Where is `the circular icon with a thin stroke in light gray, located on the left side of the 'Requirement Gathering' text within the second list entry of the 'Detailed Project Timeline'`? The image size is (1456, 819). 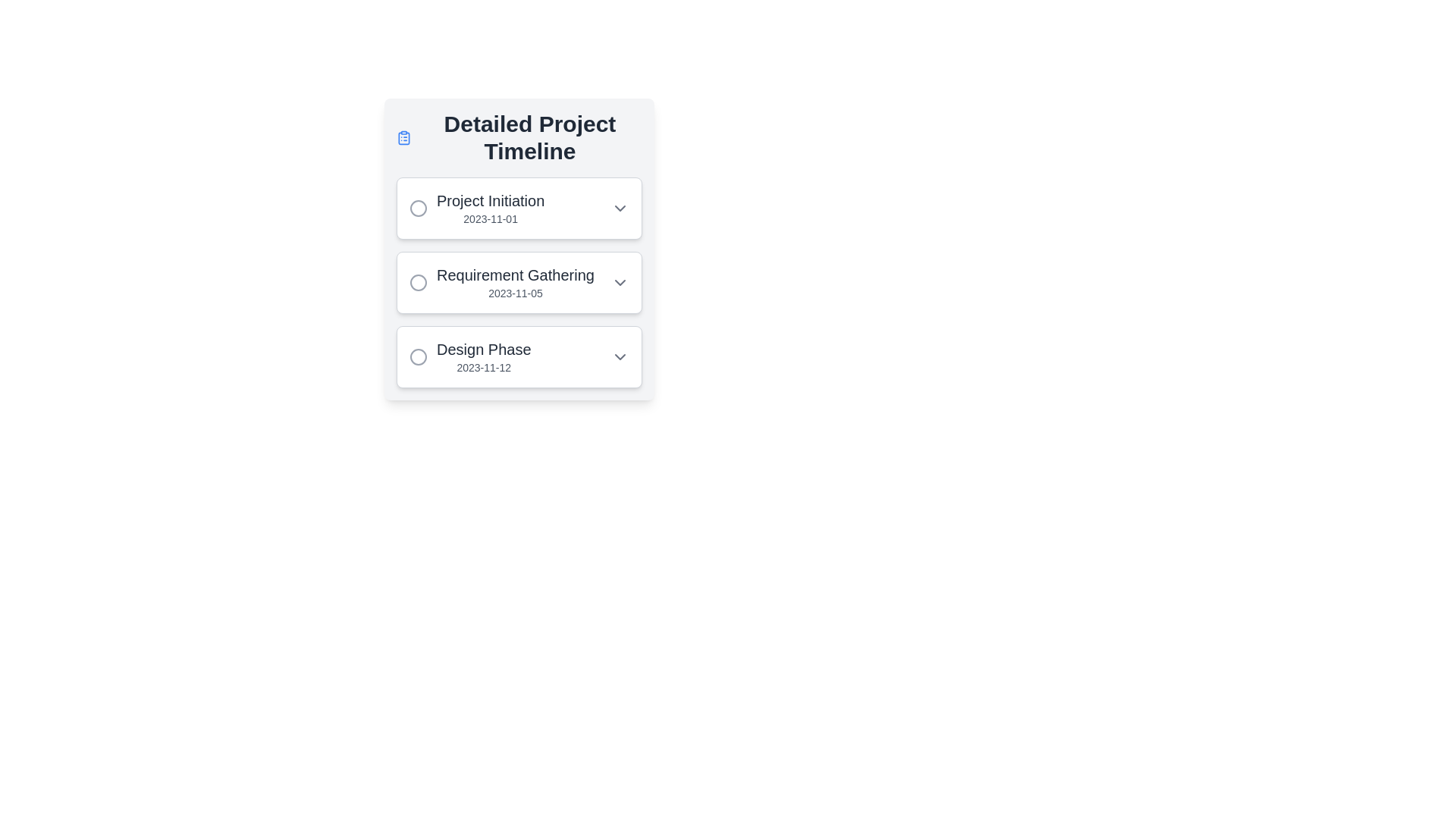 the circular icon with a thin stroke in light gray, located on the left side of the 'Requirement Gathering' text within the second list entry of the 'Detailed Project Timeline' is located at coordinates (419, 283).